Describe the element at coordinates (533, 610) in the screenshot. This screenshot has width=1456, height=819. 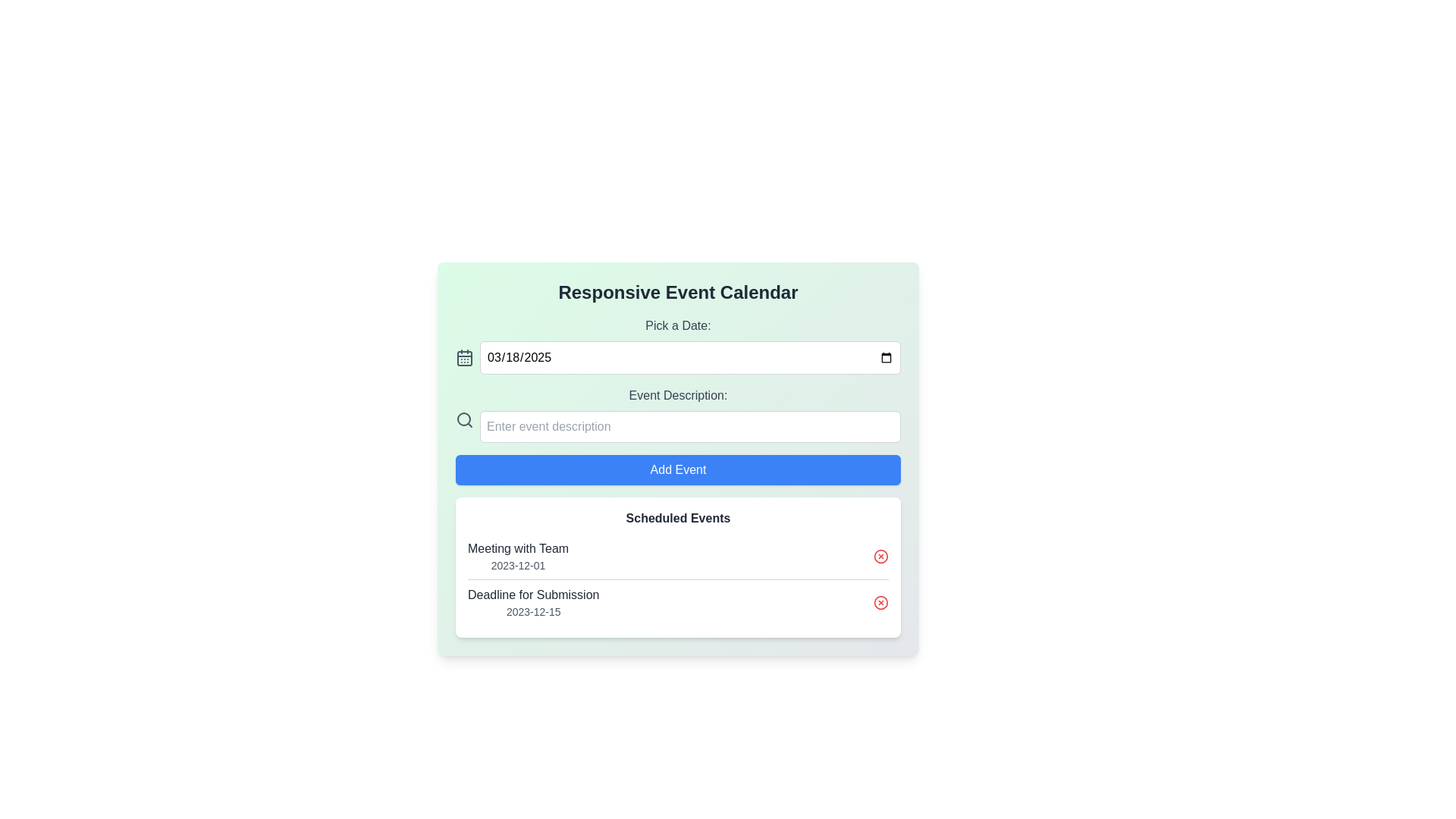
I see `date text label associated with the 'Deadline for Submission' event, located at the bottom right of the card containing the event details` at that location.